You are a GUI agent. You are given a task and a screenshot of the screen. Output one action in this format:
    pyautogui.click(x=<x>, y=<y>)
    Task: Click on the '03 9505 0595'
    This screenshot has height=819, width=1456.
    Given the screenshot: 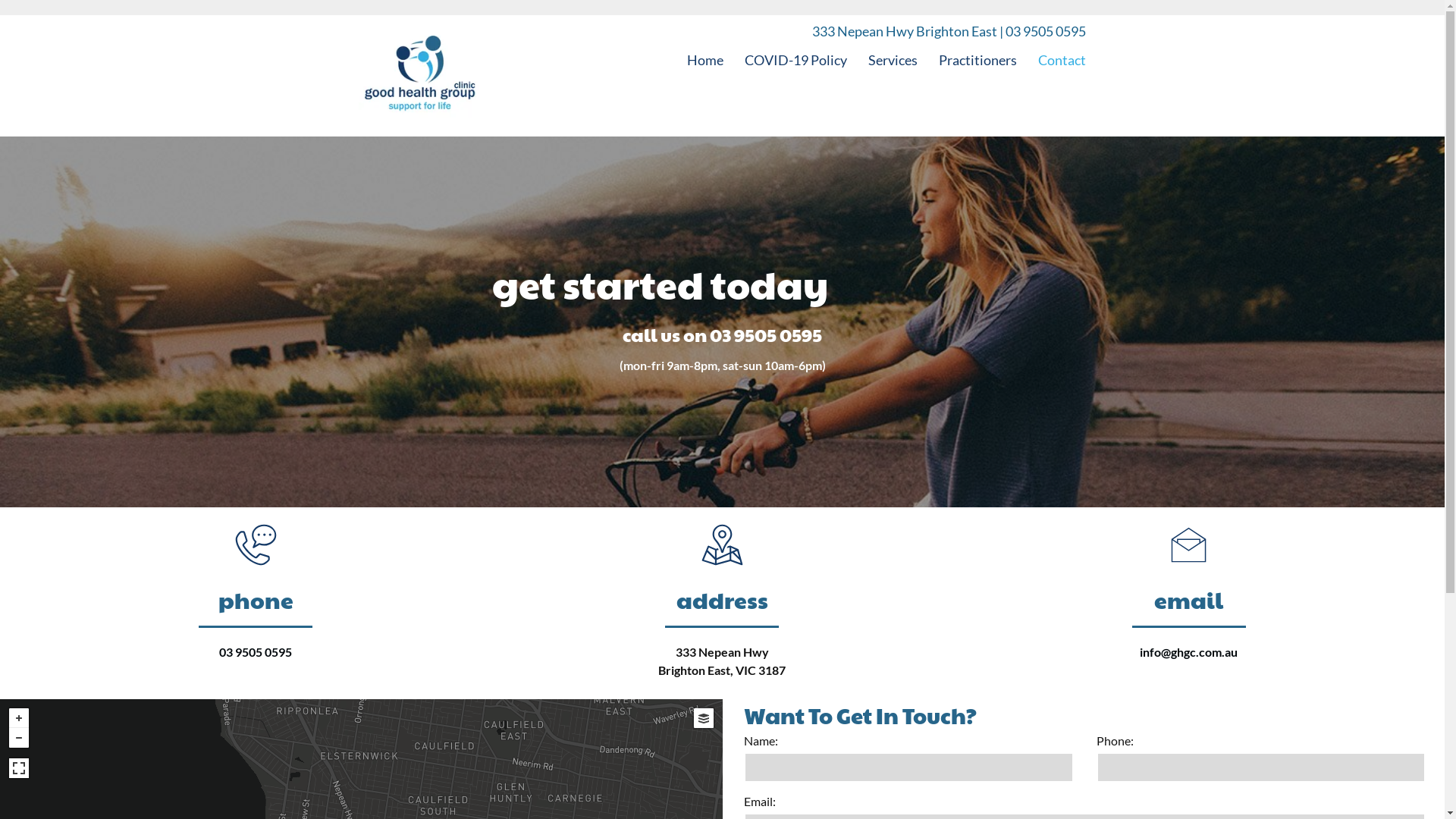 What is the action you would take?
    pyautogui.click(x=255, y=651)
    